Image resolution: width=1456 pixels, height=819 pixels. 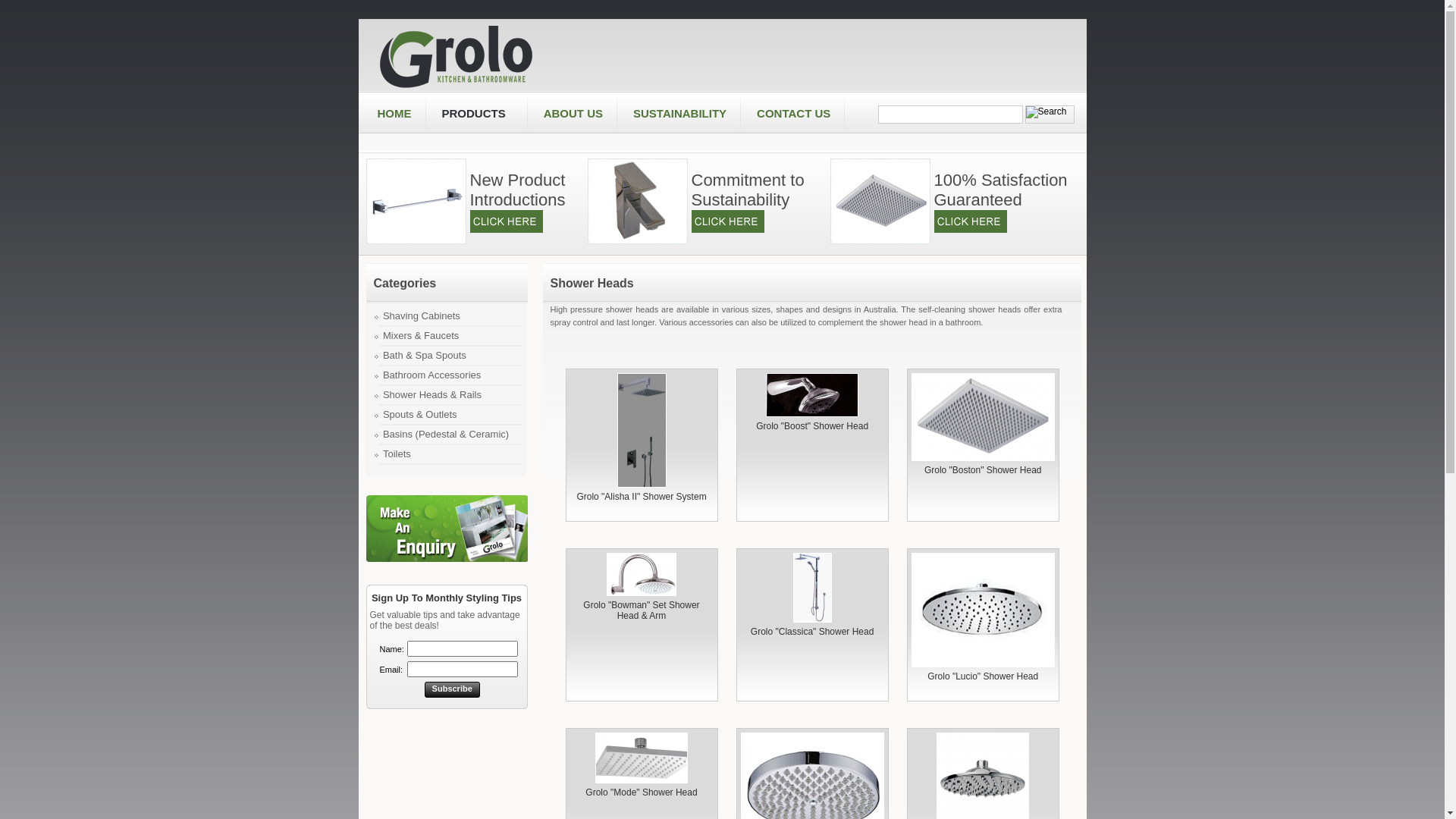 What do you see at coordinates (811, 394) in the screenshot?
I see `'Grolo "Boost" Shower Head'` at bounding box center [811, 394].